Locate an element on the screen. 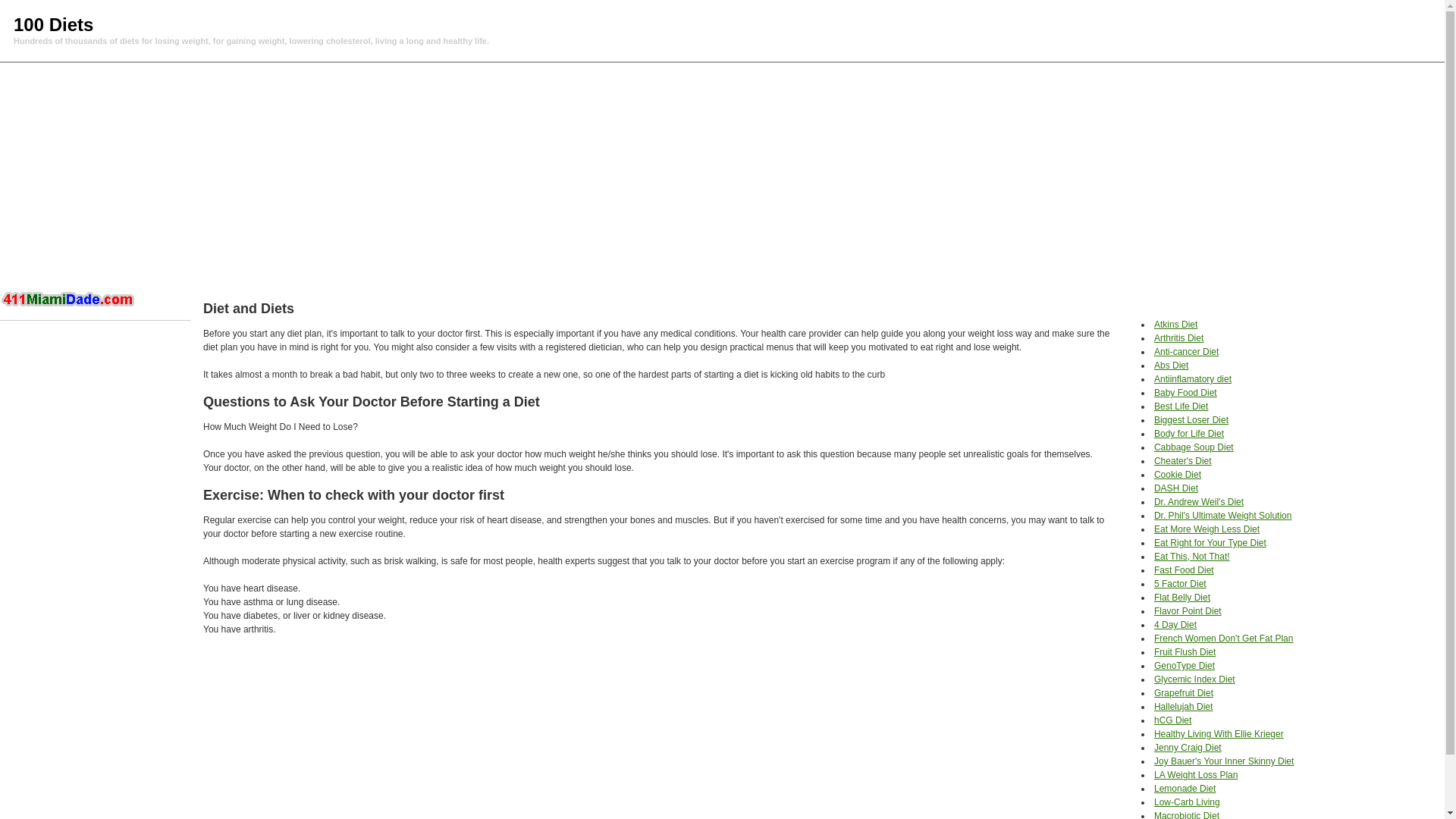 This screenshot has width=1456, height=819. 'Dr. Phil's Ultimate Weight Solution' is located at coordinates (1222, 514).